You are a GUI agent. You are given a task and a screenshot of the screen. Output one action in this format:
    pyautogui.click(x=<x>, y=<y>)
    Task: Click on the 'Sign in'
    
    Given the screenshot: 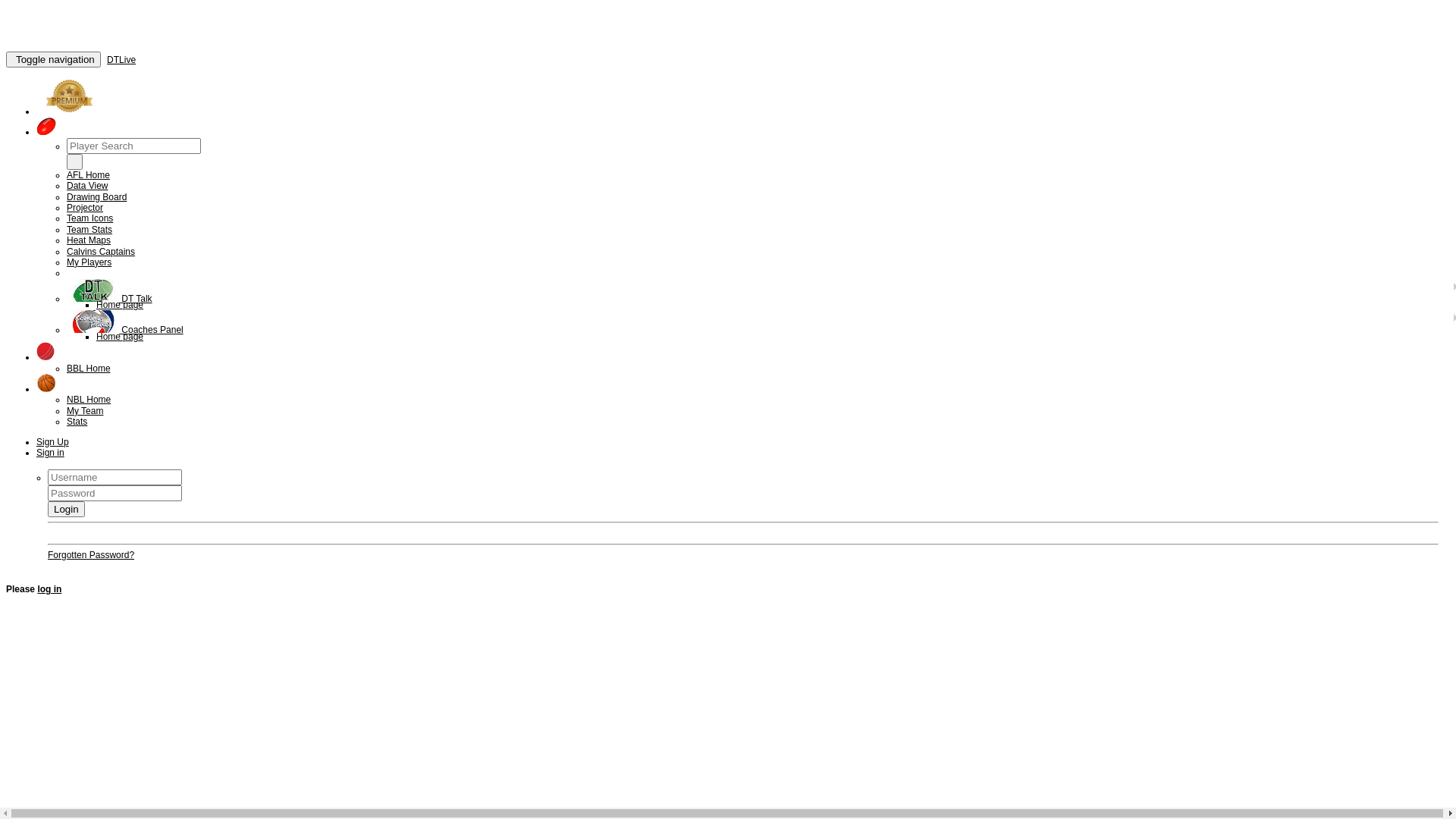 What is the action you would take?
    pyautogui.click(x=50, y=452)
    